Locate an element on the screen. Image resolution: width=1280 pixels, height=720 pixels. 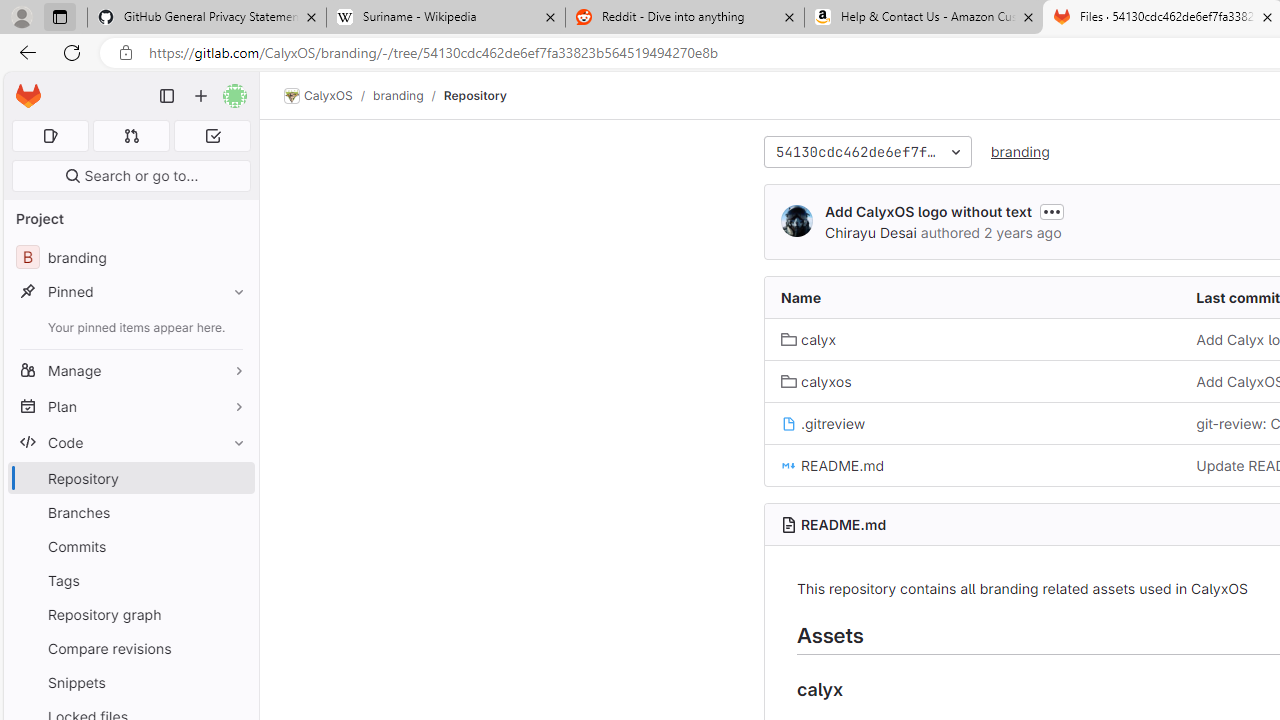
'CalyxOS/' is located at coordinates (328, 96).